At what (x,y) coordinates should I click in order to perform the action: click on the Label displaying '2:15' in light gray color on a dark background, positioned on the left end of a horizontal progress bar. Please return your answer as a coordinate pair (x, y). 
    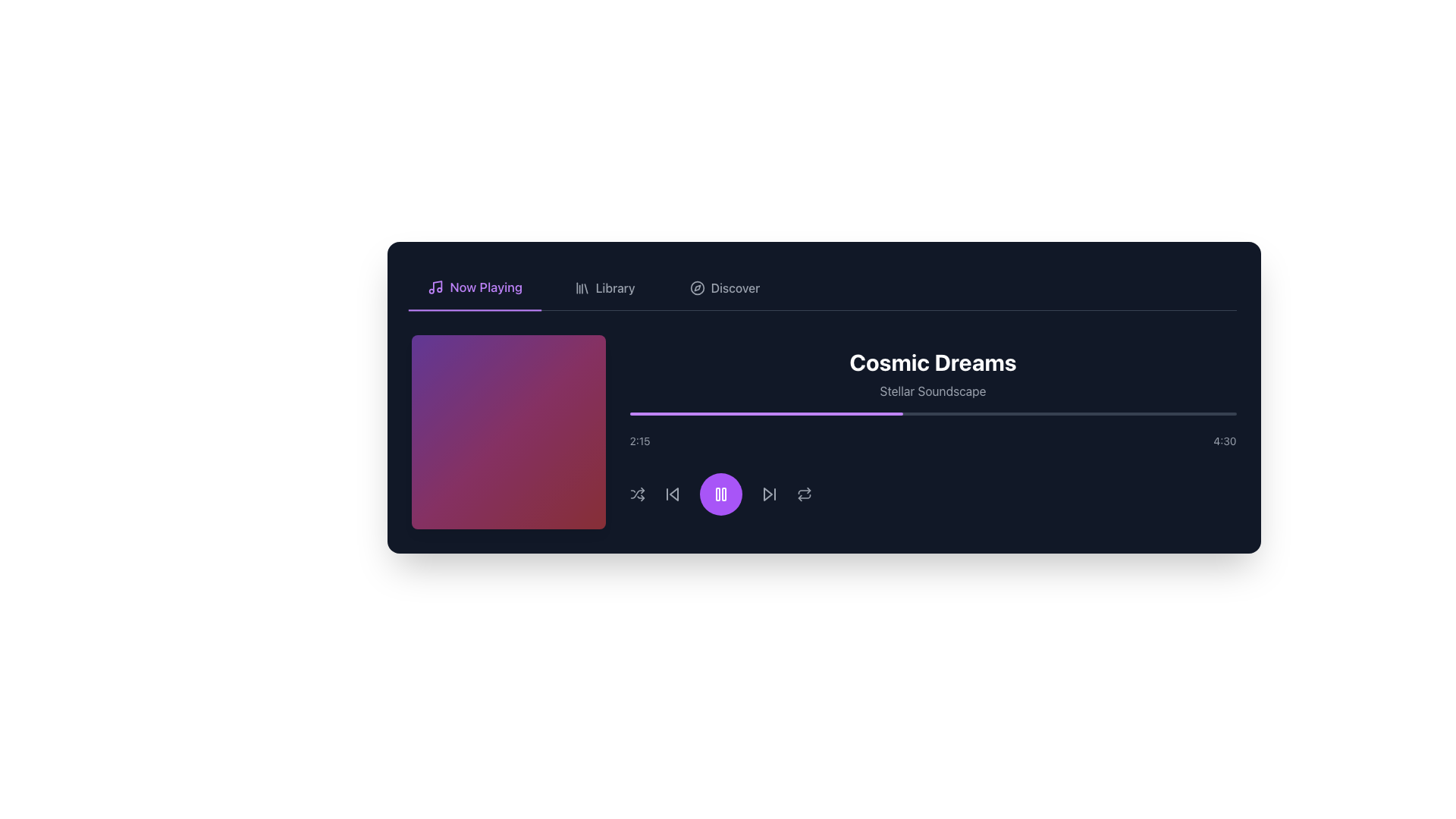
    Looking at the image, I should click on (640, 441).